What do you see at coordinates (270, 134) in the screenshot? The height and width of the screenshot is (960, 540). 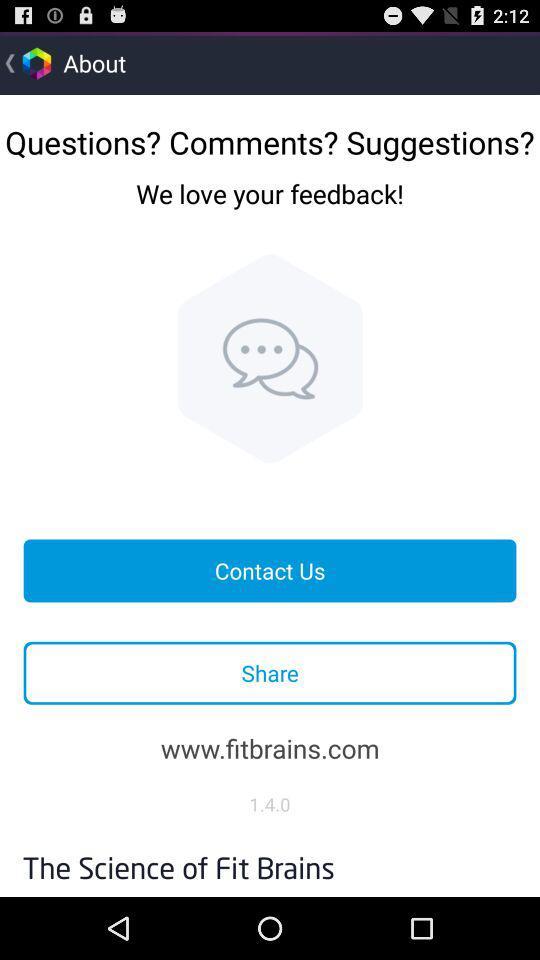 I see `questions? comments? suggestions? item` at bounding box center [270, 134].